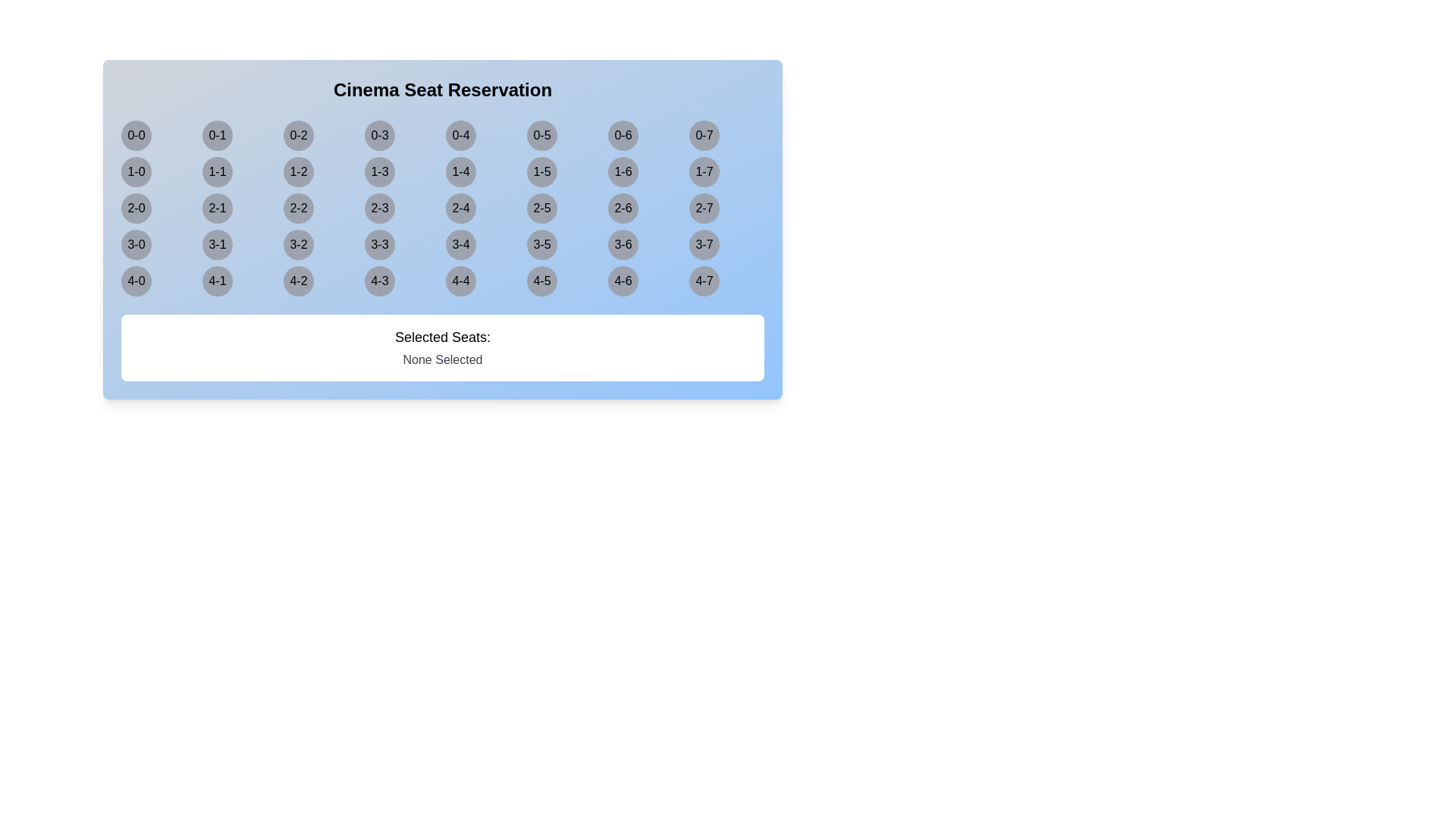  Describe the element at coordinates (542, 134) in the screenshot. I see `the seat selection button located in the first row, sixth column of the cinema reservation grid` at that location.